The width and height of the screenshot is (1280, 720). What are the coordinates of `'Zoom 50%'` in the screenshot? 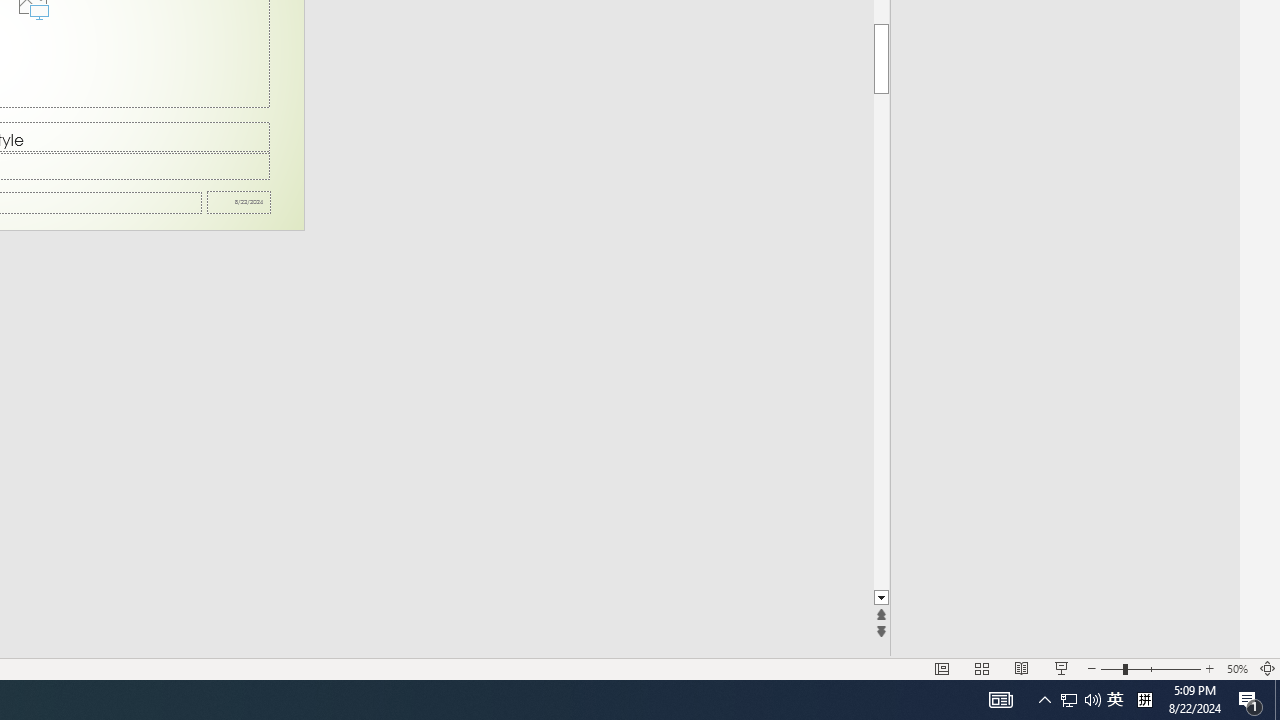 It's located at (1236, 669).